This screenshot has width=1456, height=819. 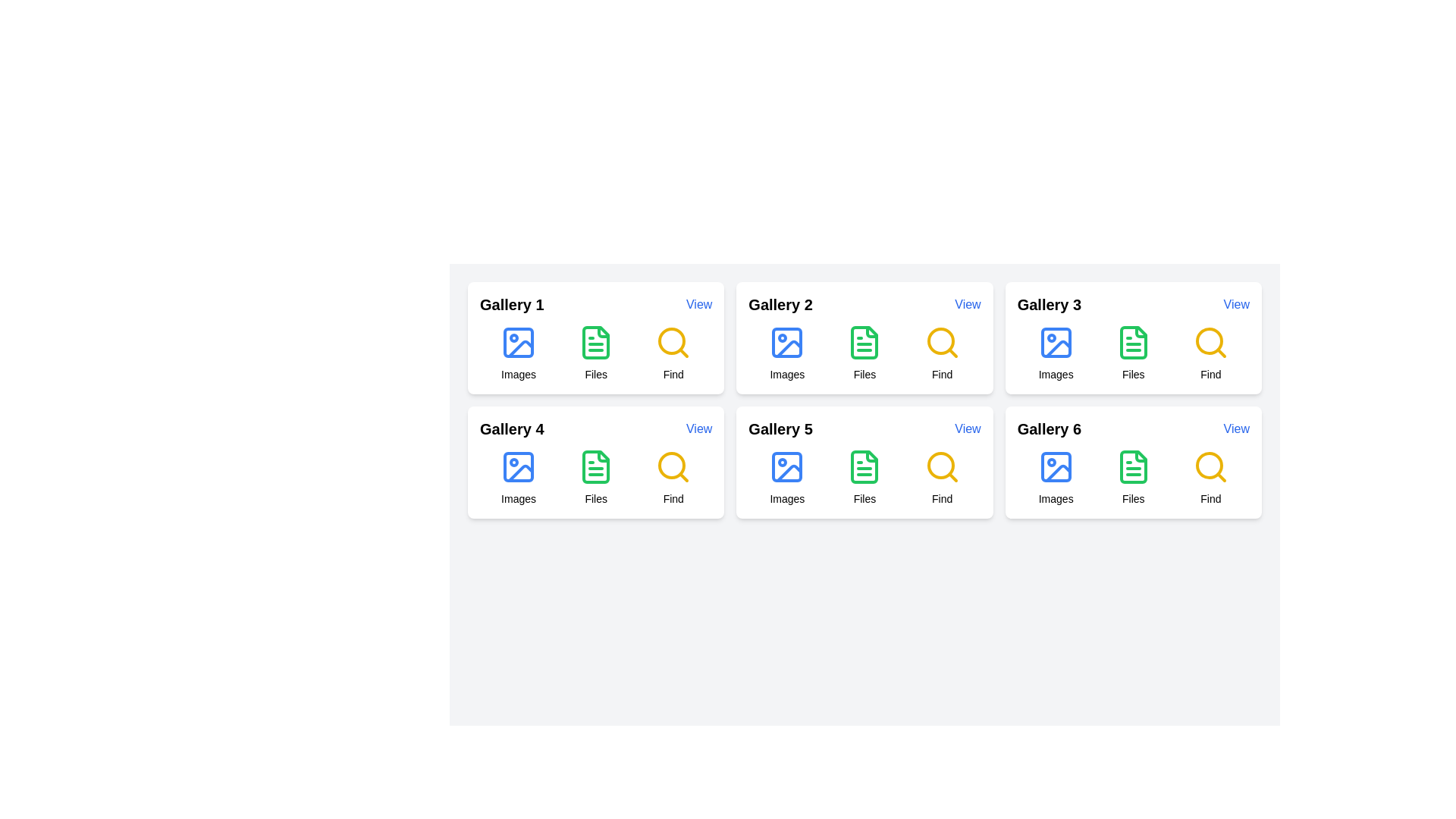 I want to click on the search icon button in 'Gallery 1', so click(x=673, y=342).